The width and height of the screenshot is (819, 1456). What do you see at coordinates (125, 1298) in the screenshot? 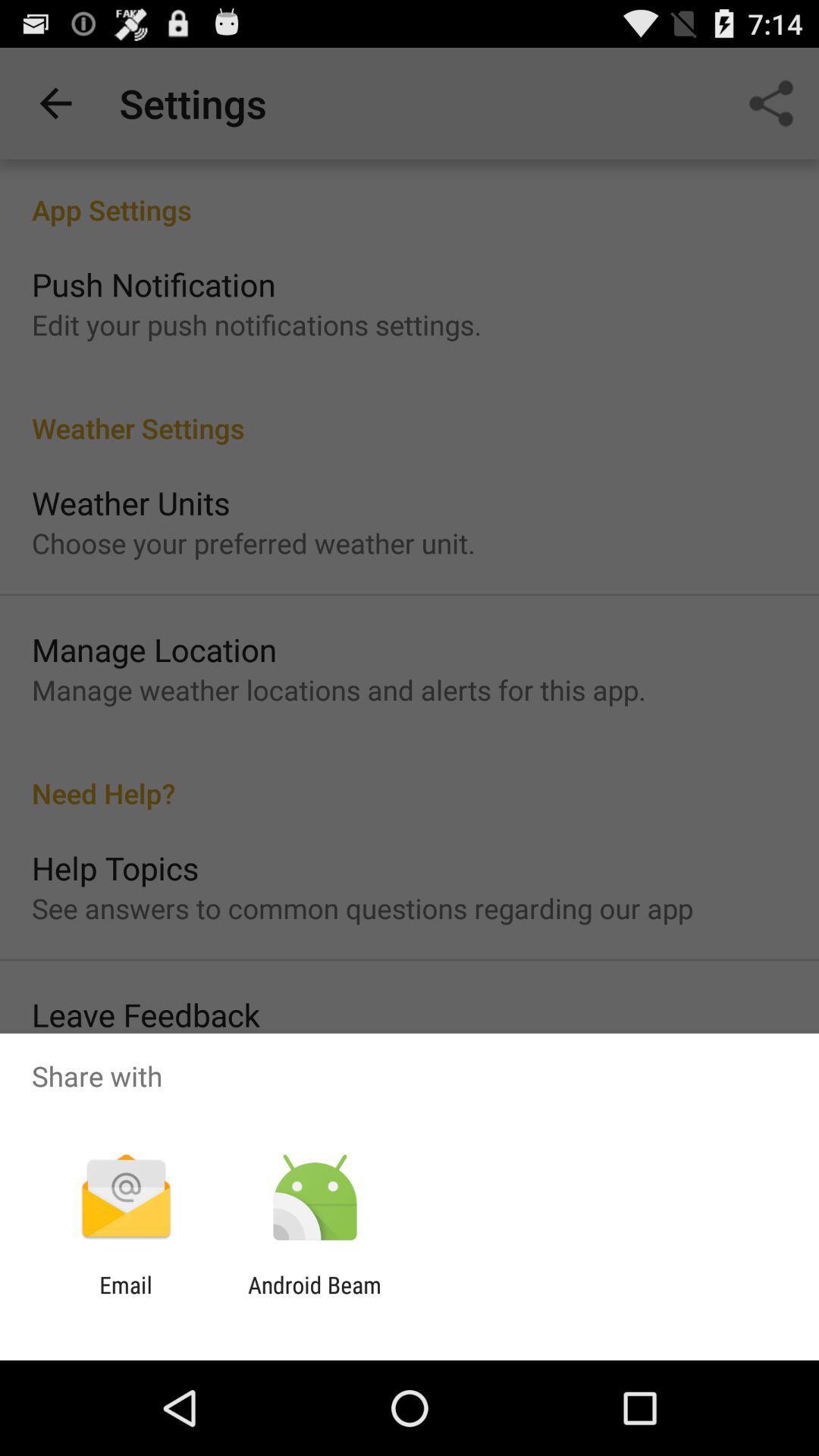
I see `the item to the left of android beam app` at bounding box center [125, 1298].